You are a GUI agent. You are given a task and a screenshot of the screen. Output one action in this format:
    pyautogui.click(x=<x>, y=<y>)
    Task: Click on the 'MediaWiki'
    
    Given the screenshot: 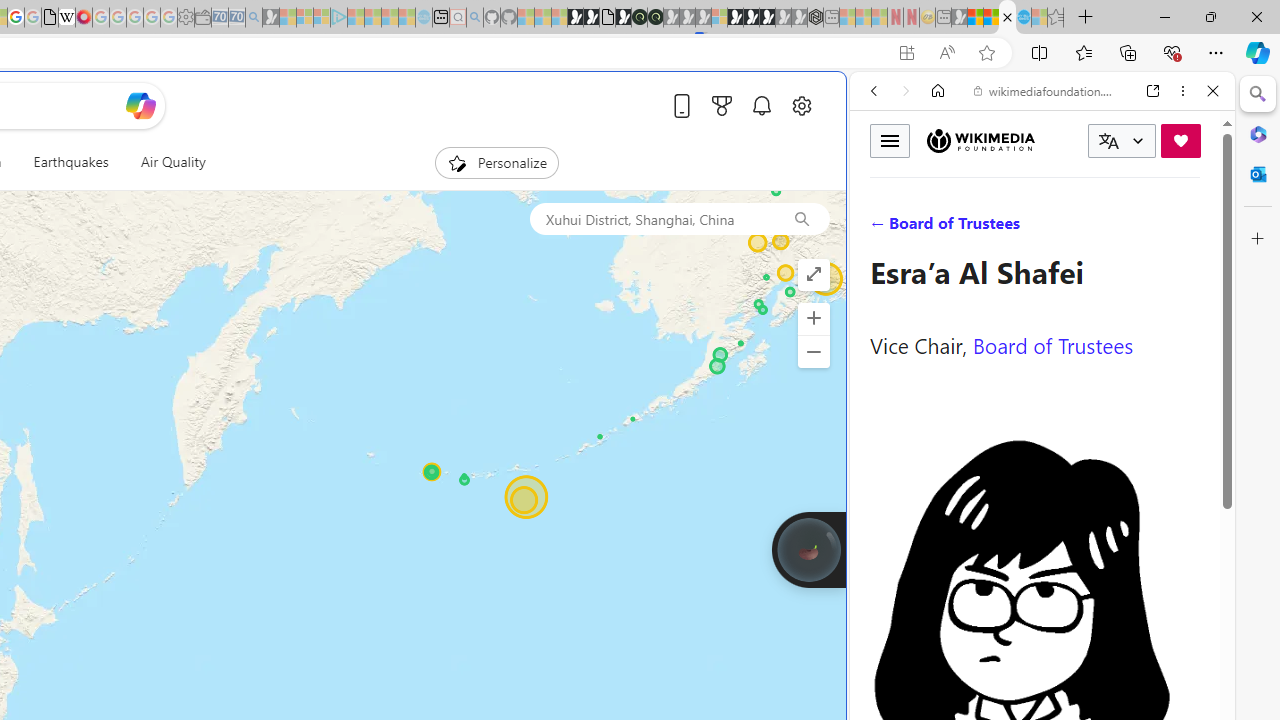 What is the action you would take?
    pyautogui.click(x=82, y=17)
    